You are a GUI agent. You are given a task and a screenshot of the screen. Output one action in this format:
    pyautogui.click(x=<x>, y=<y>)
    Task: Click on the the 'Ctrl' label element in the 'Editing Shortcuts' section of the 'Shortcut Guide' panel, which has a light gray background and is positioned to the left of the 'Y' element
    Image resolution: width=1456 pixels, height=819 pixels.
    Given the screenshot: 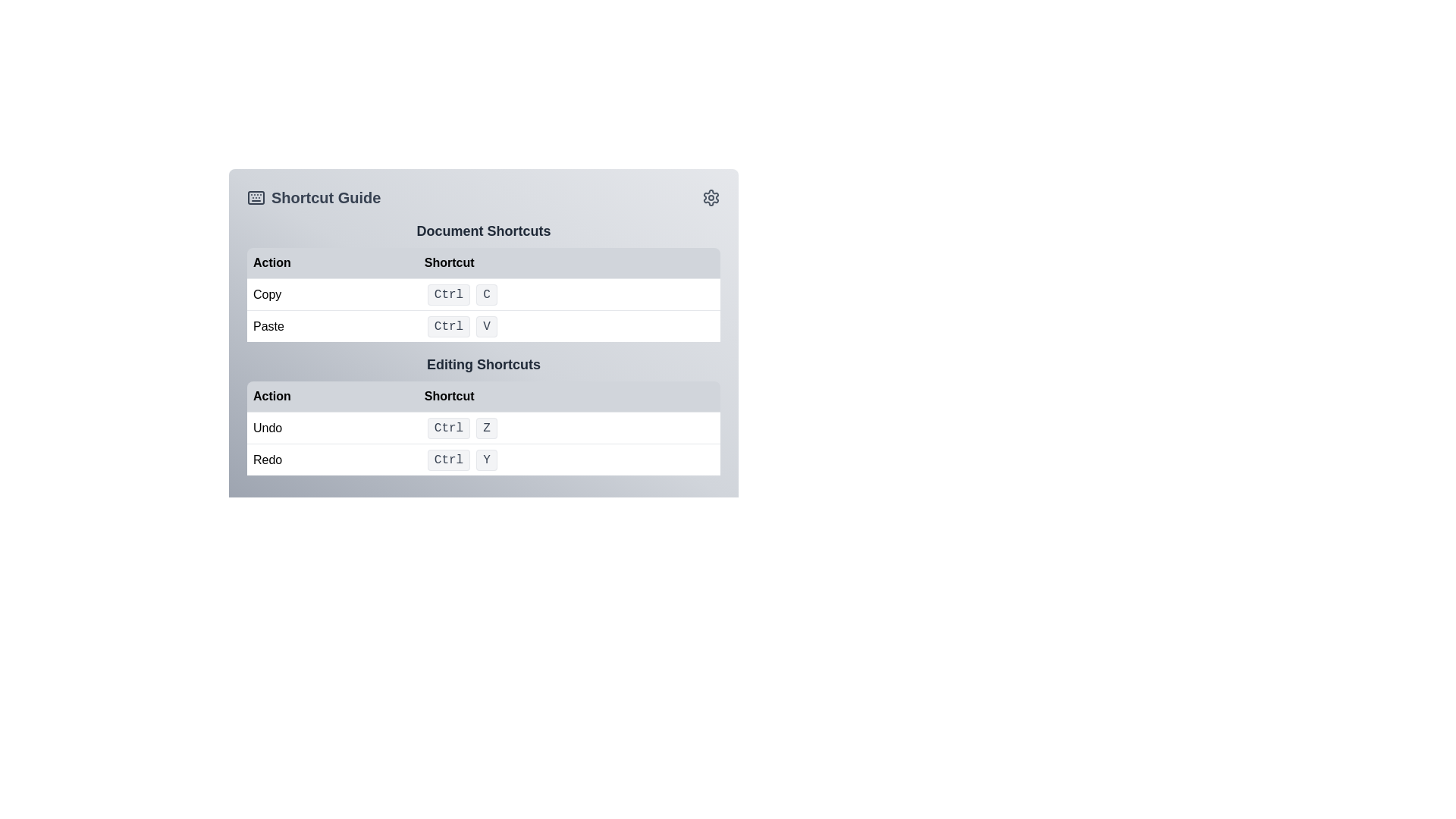 What is the action you would take?
    pyautogui.click(x=447, y=459)
    